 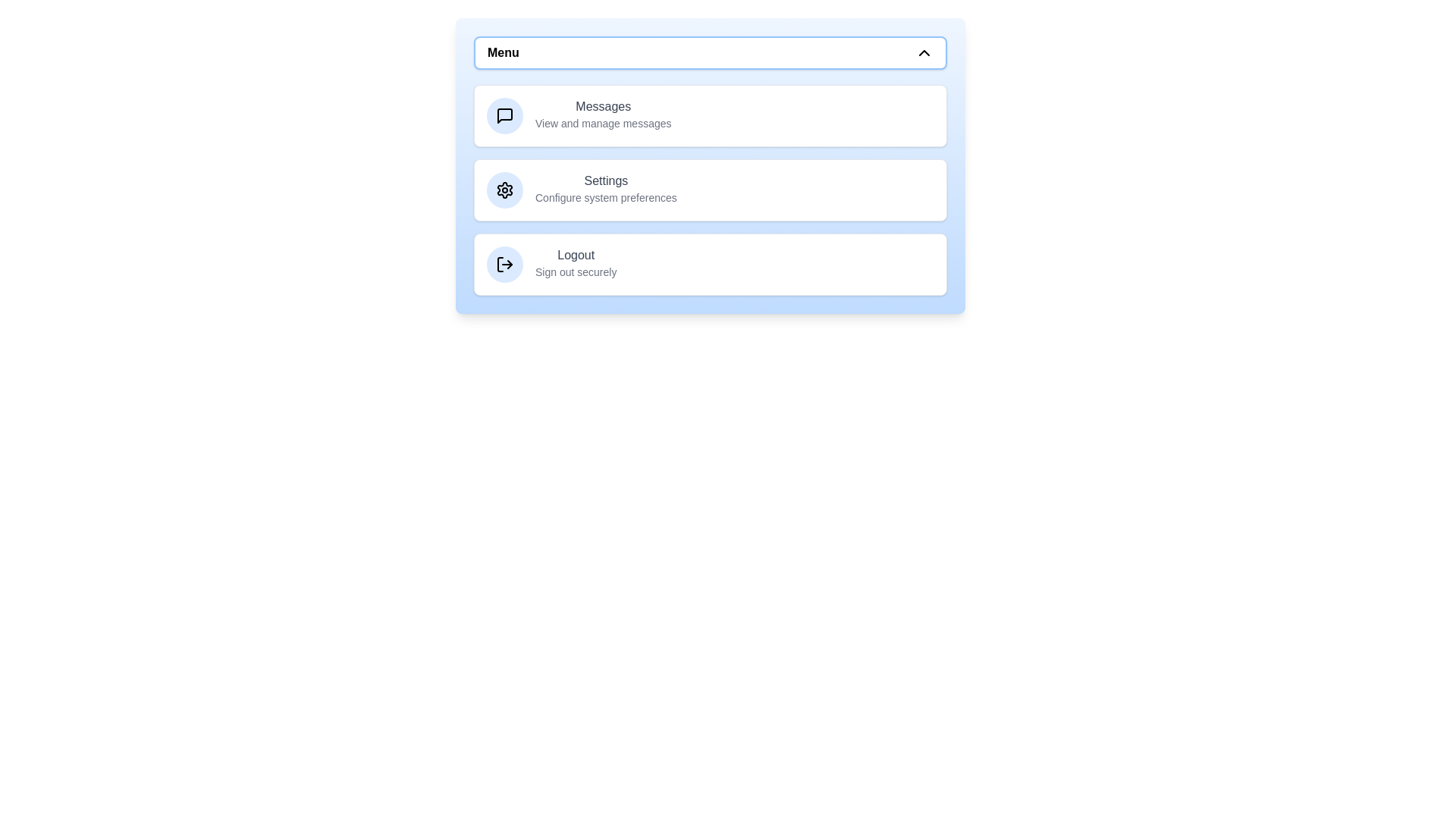 What do you see at coordinates (709, 115) in the screenshot?
I see `the menu item Messages` at bounding box center [709, 115].